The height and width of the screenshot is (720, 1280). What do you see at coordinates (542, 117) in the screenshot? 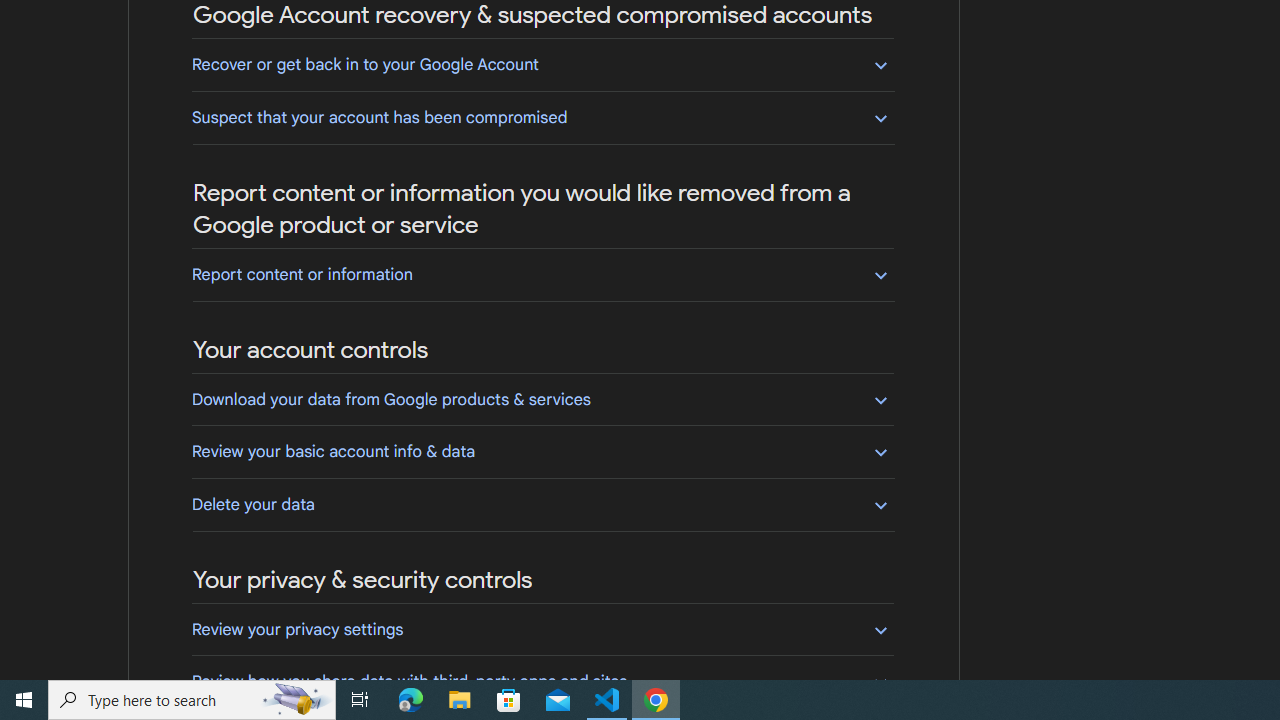
I see `'Suspect that your account has been compromised'` at bounding box center [542, 117].